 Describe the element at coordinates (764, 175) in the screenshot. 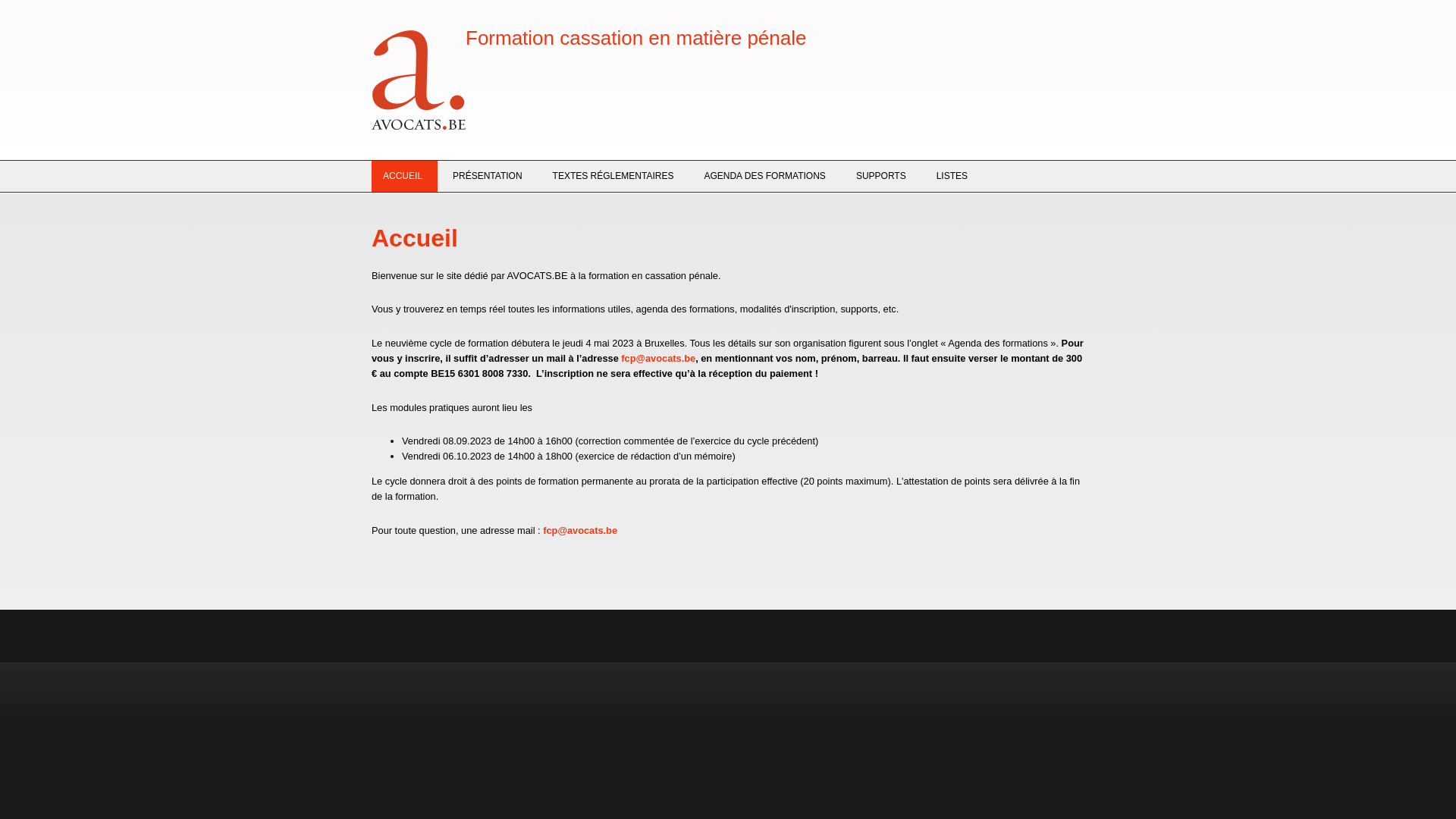

I see `'AGENDA DES FORMATIONS'` at that location.